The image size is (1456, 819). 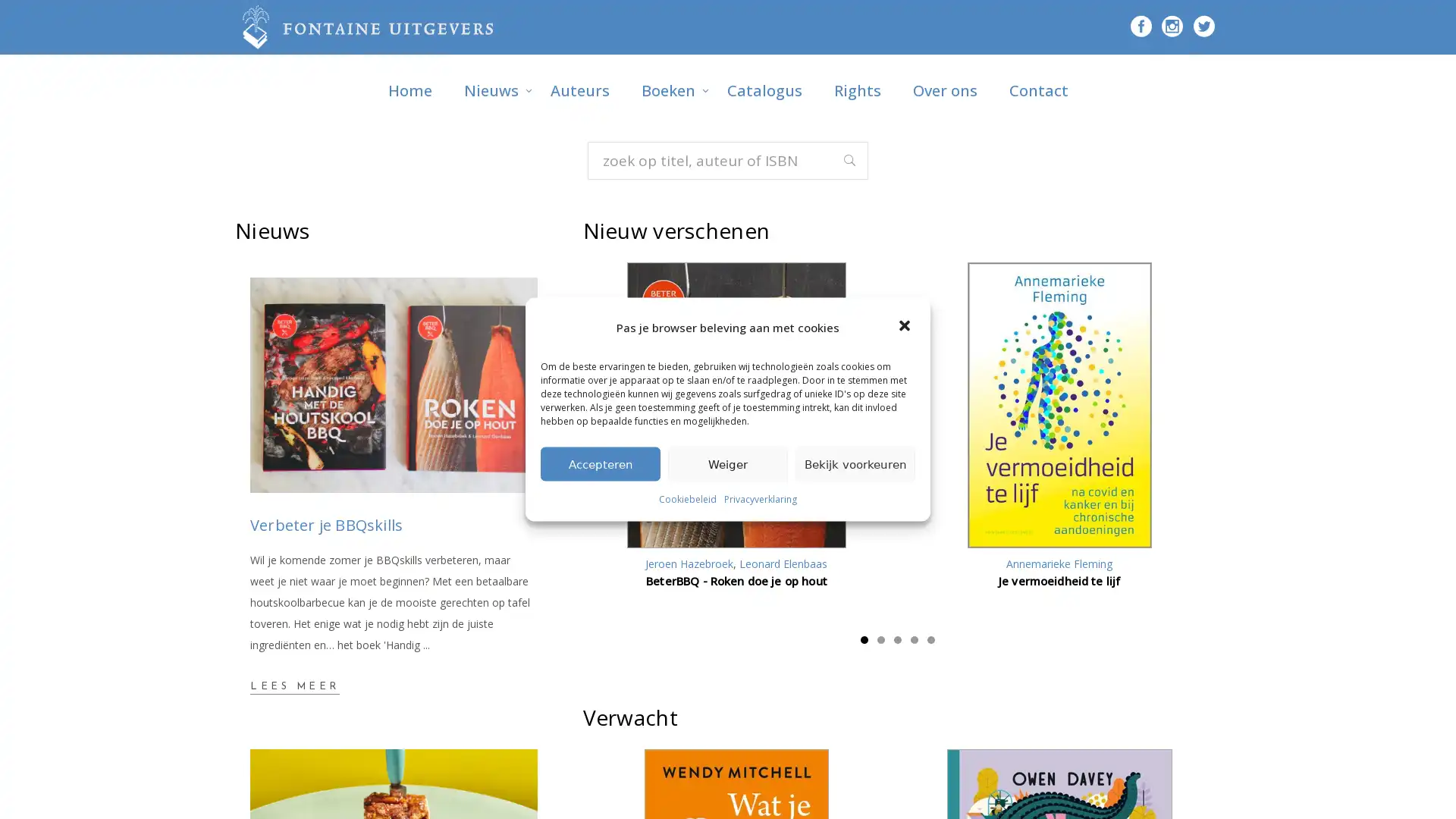 I want to click on Accepteren, so click(x=600, y=463).